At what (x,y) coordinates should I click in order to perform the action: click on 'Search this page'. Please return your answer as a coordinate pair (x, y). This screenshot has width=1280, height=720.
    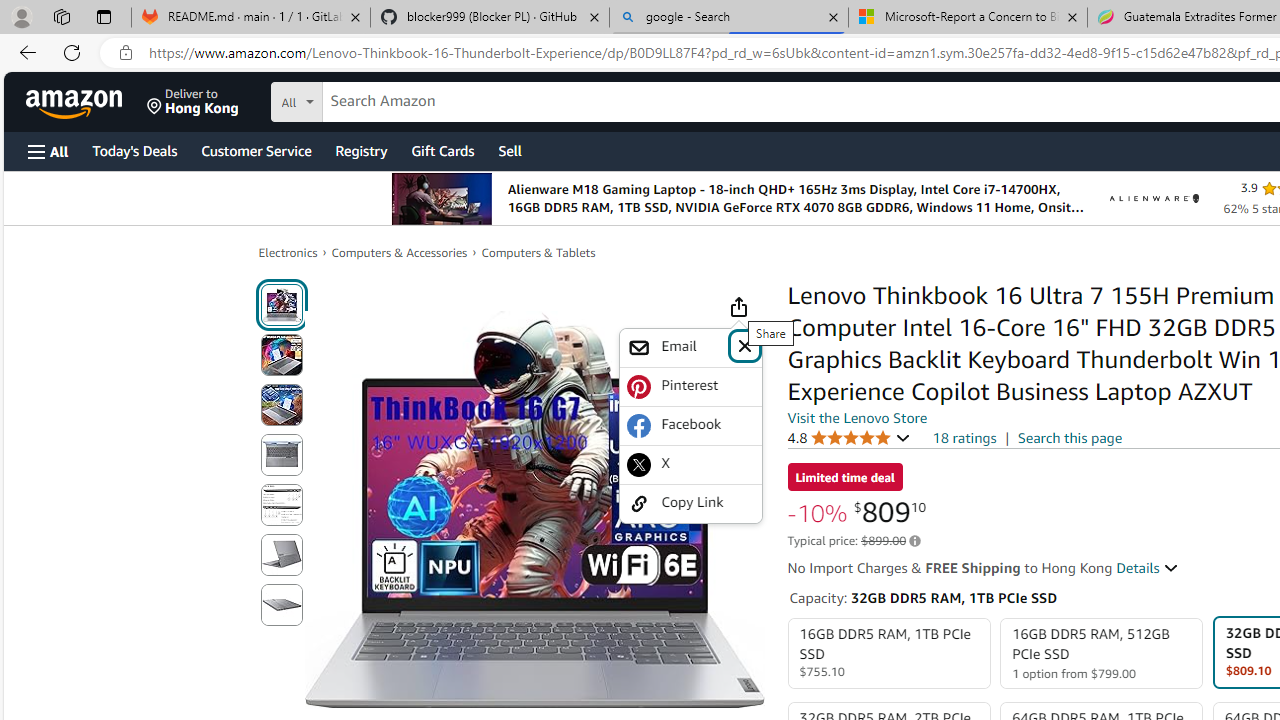
    Looking at the image, I should click on (1069, 436).